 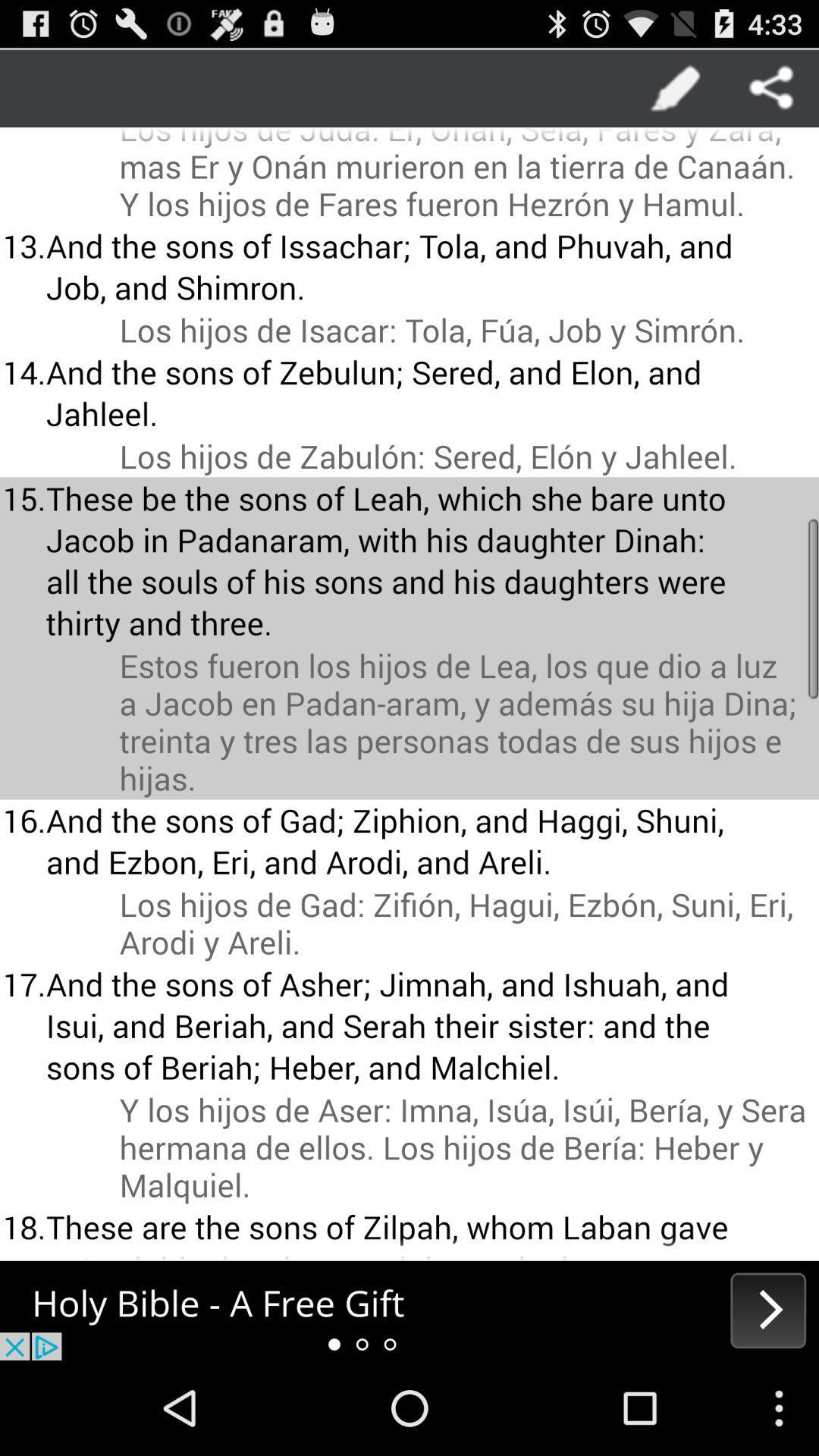 I want to click on the edit icon, so click(x=675, y=93).